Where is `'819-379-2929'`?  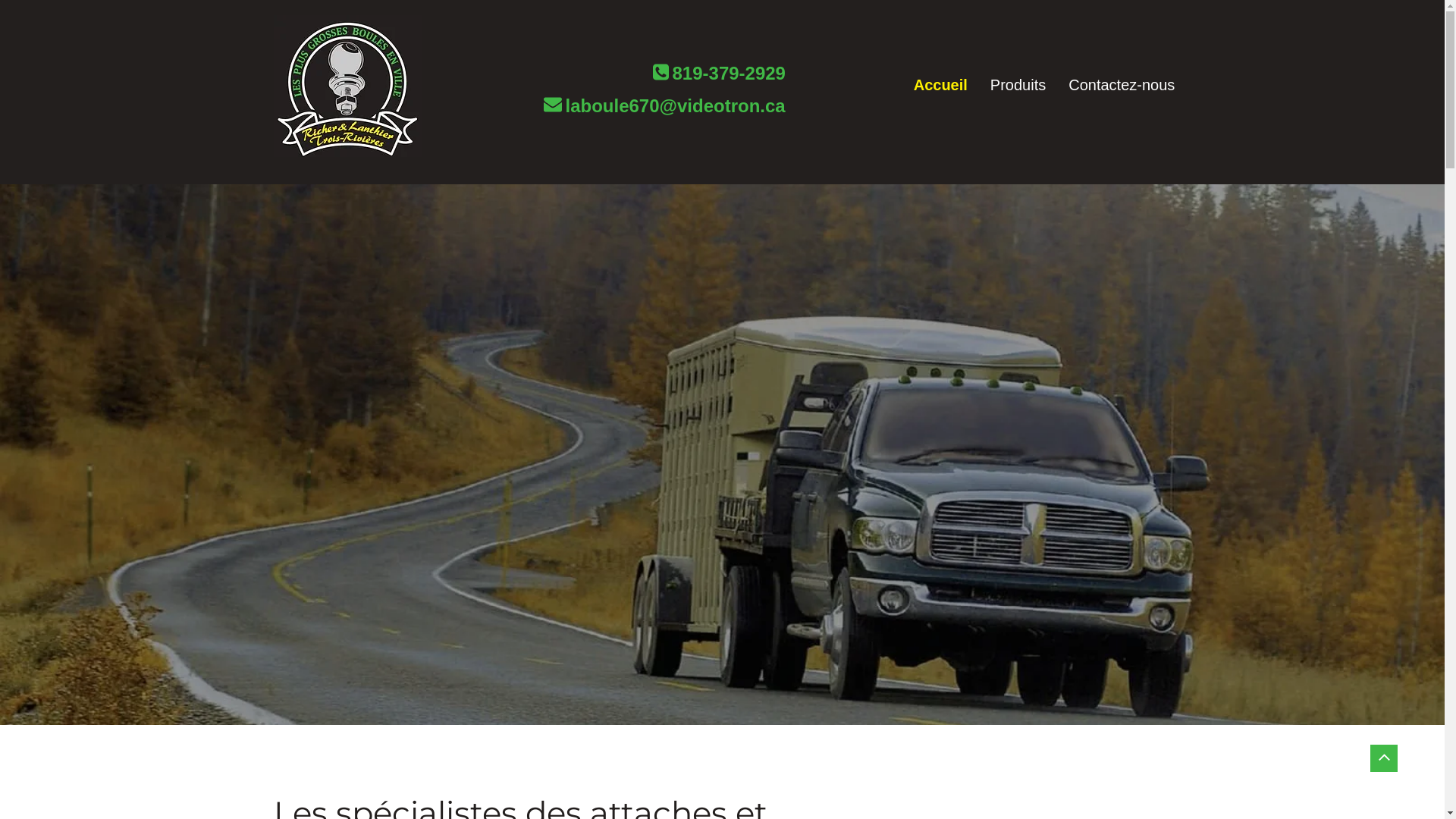 '819-379-2929' is located at coordinates (728, 77).